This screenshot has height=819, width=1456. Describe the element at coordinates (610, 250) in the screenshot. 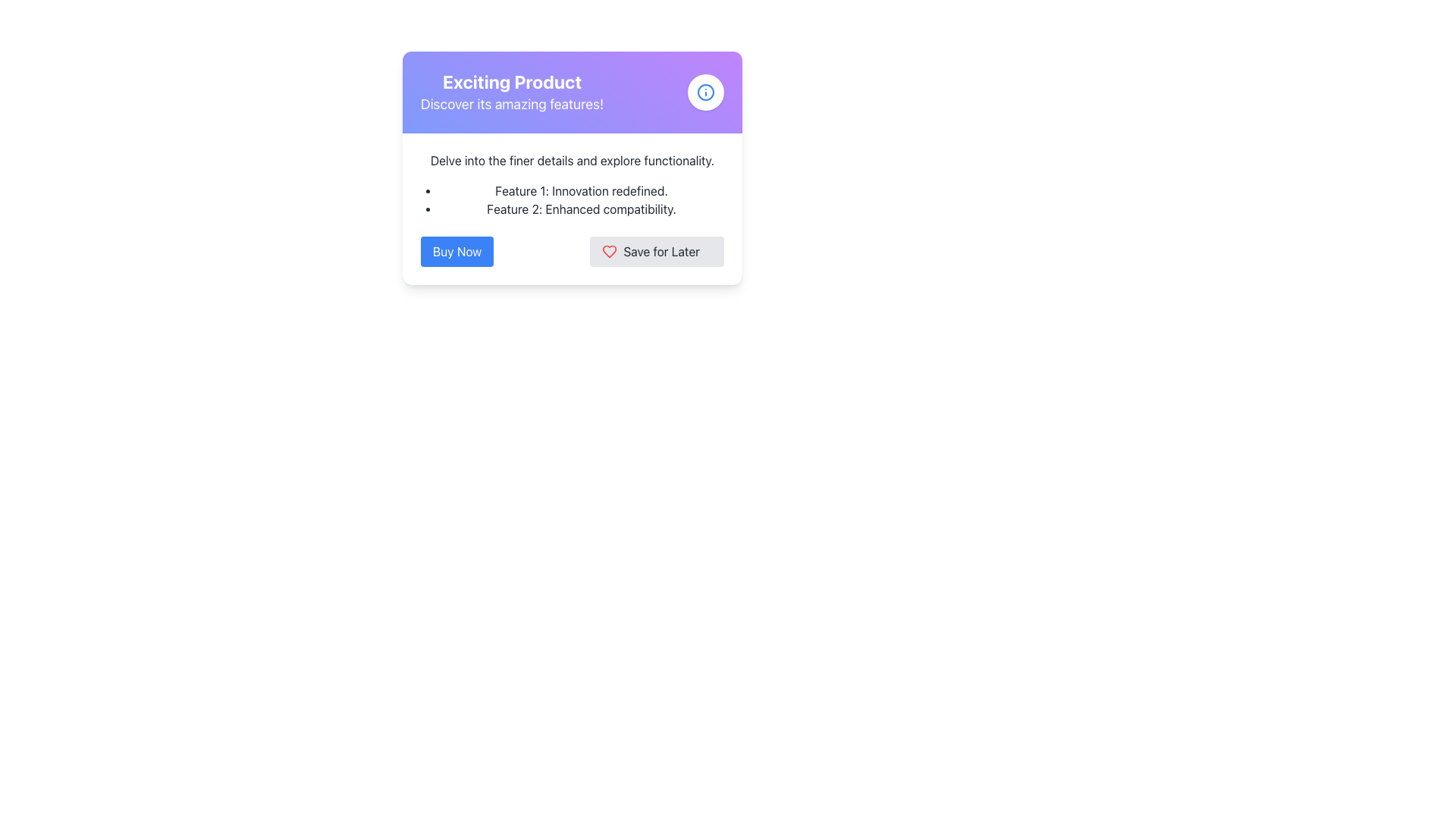

I see `the heart icon next to the 'Save for Later' button to emphasize the saving functionality` at that location.